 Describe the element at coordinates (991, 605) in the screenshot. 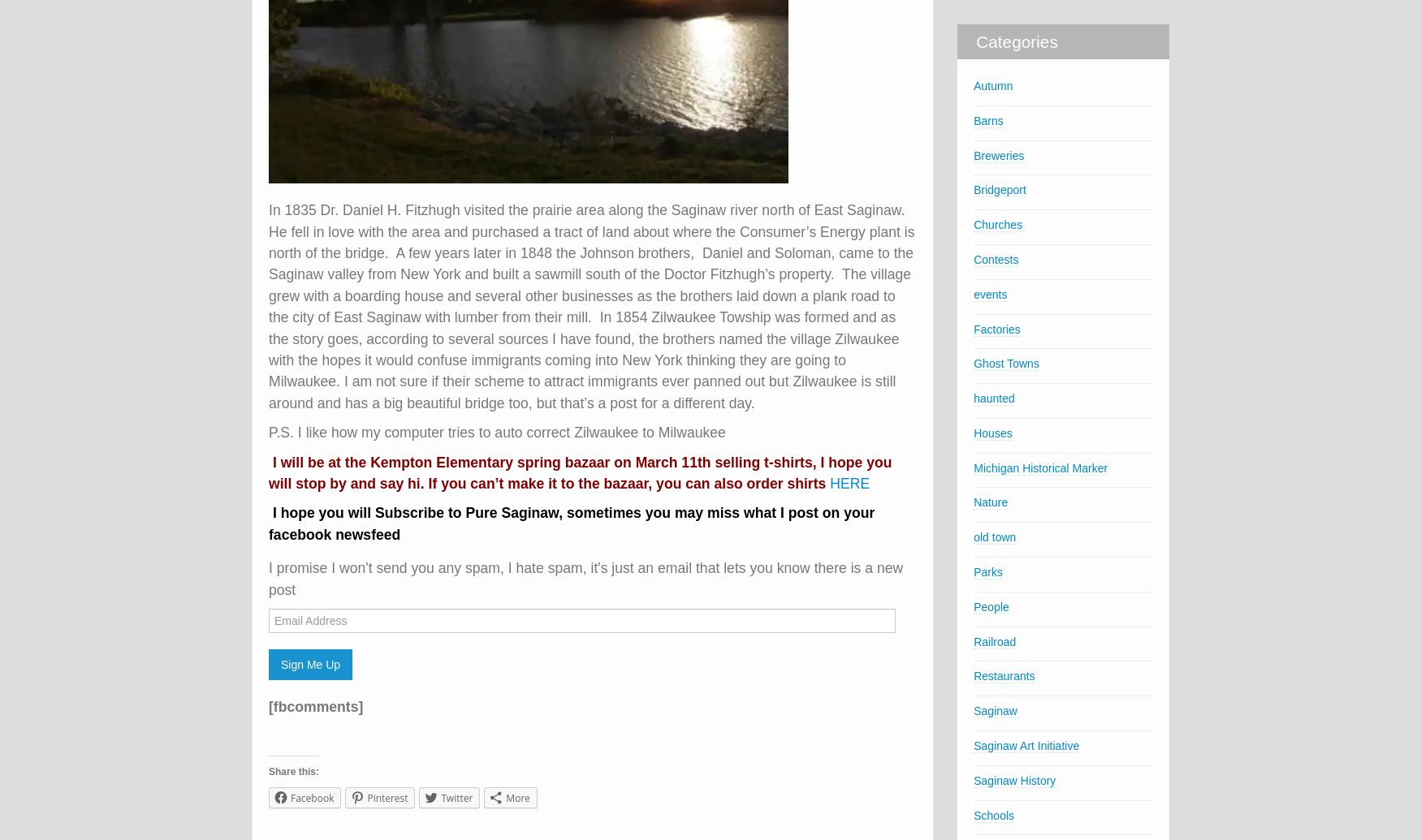

I see `'People'` at that location.